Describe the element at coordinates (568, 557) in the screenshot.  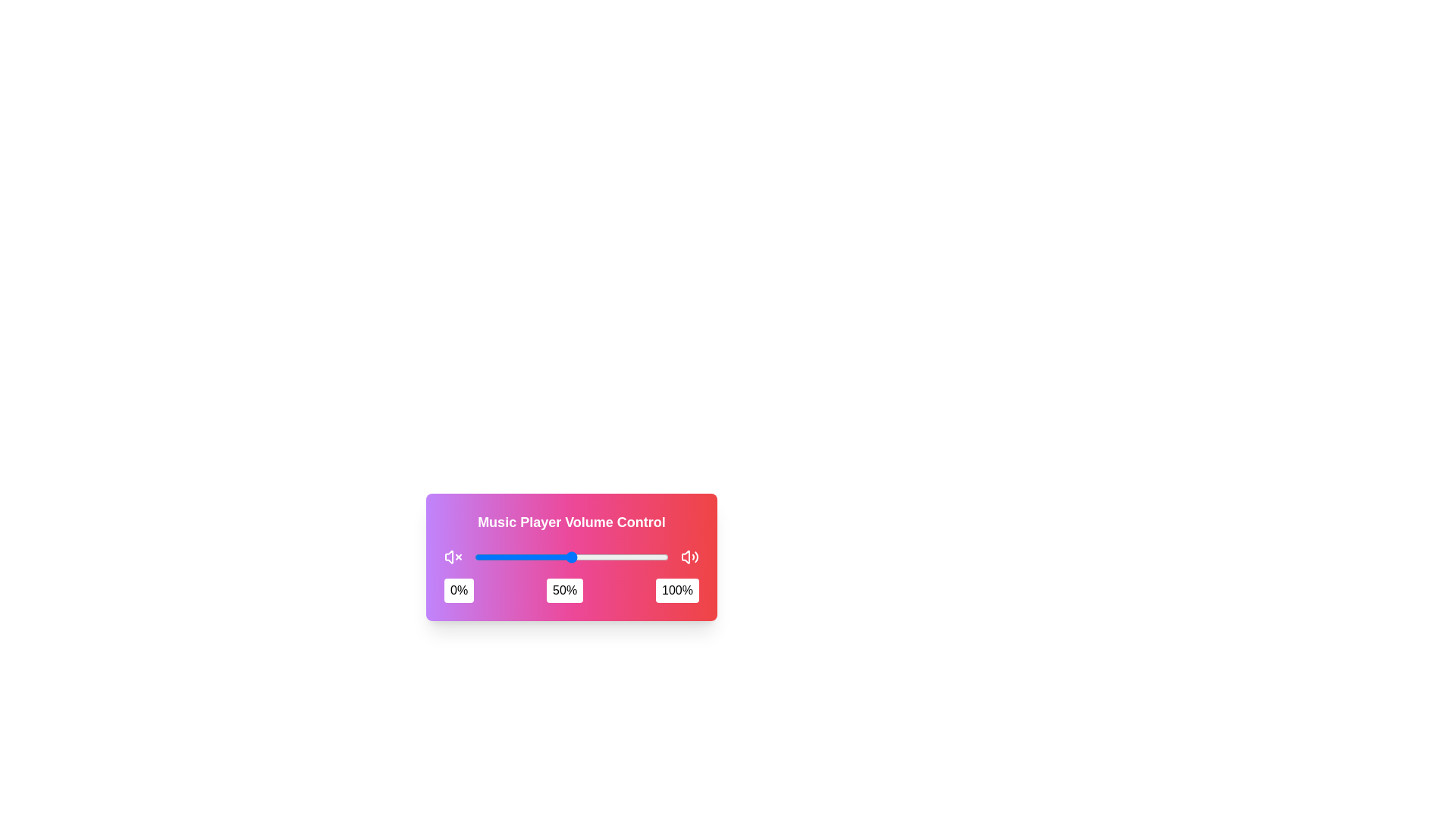
I see `the slider to set the volume to 49%` at that location.